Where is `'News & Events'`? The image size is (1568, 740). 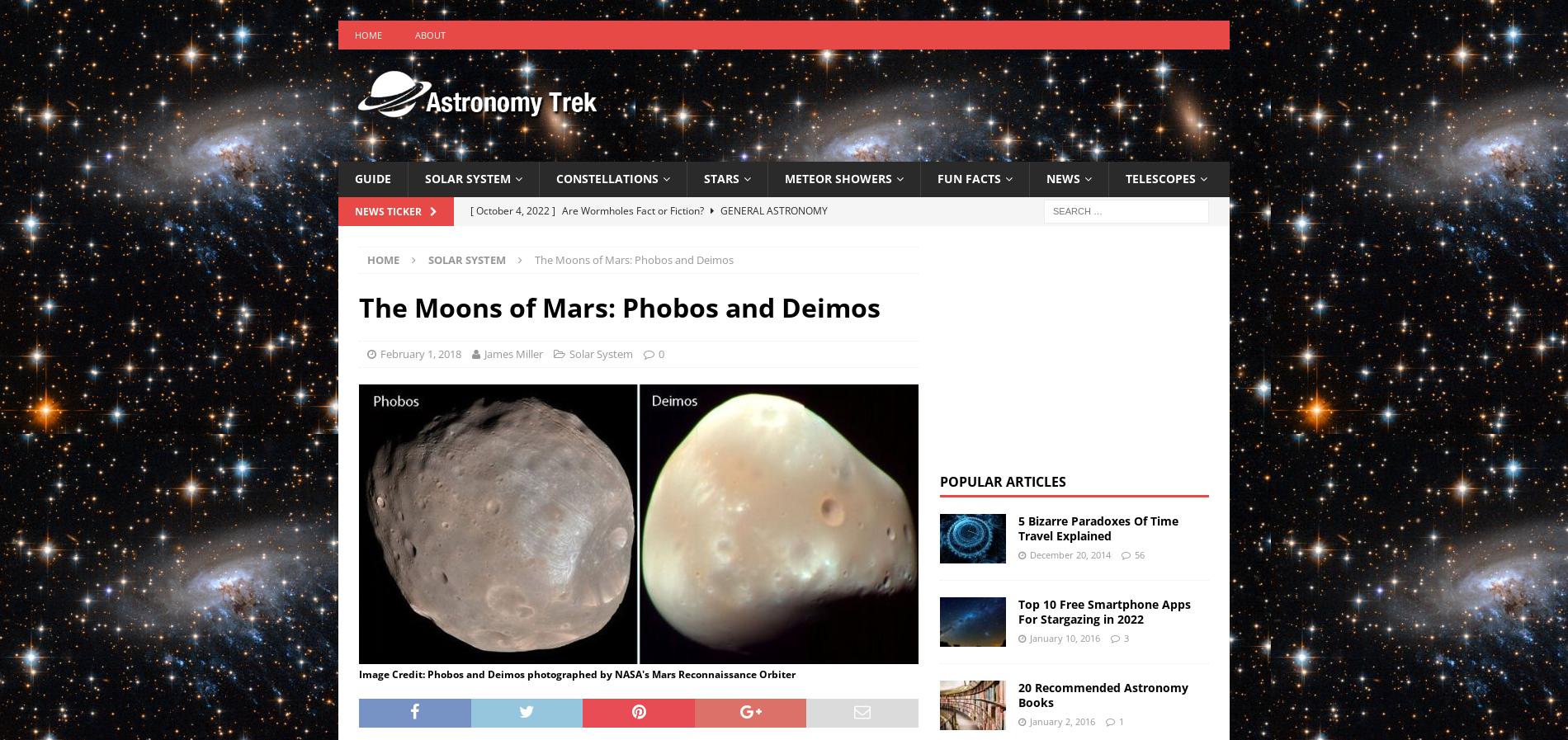
'News & Events' is located at coordinates (470, 307).